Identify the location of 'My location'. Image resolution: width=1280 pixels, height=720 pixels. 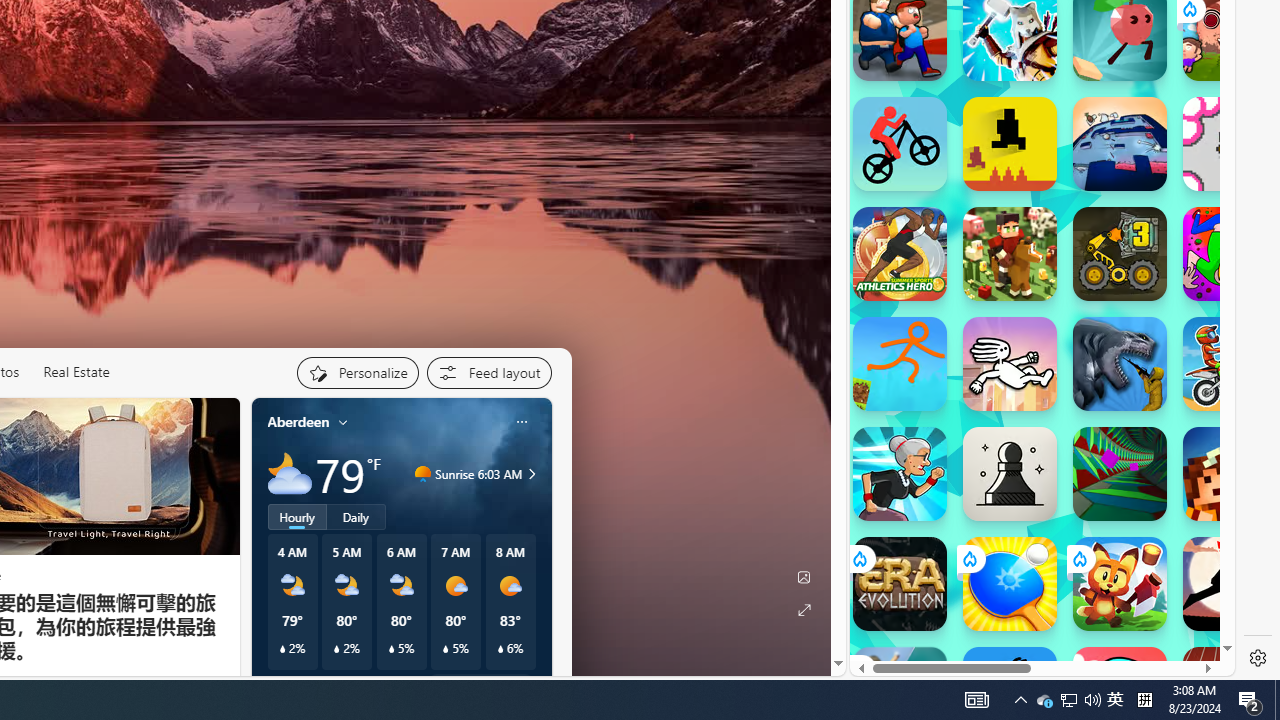
(343, 420).